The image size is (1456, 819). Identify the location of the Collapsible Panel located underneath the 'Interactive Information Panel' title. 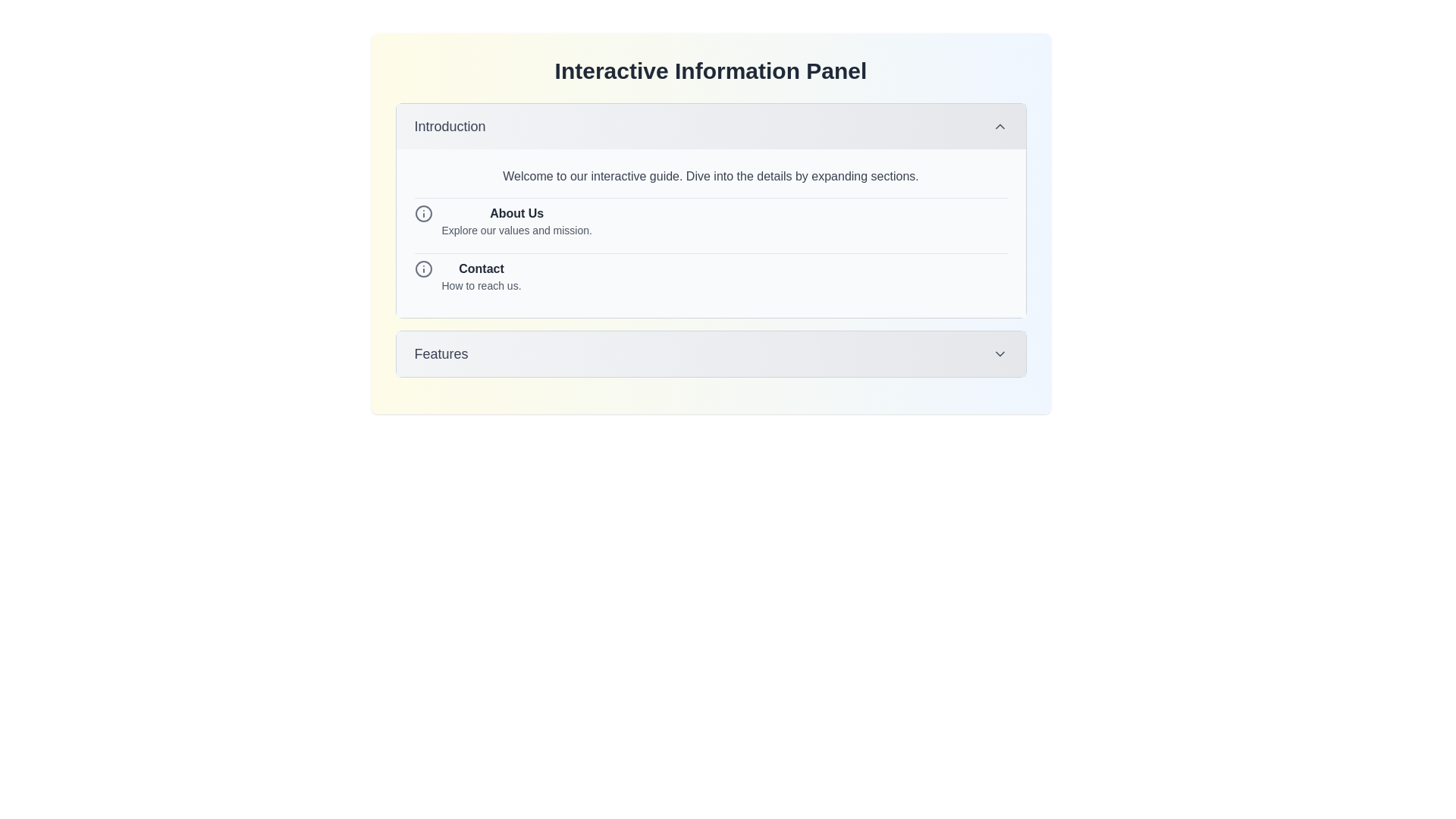
(710, 210).